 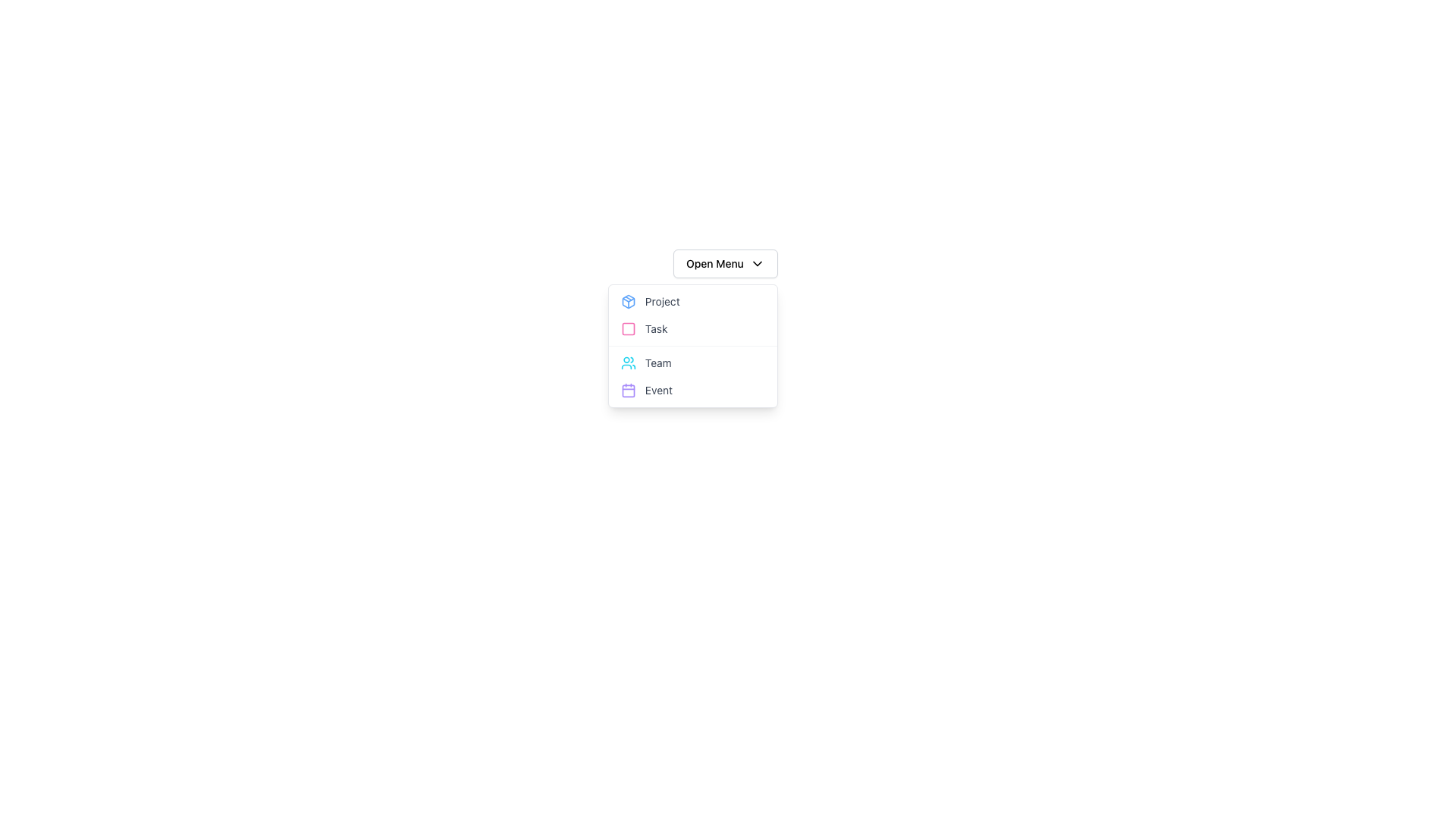 I want to click on the 'Event' option in the navigational menu located below the 'Open Menu' button, specifically in the second section after 'Project' and 'Task', so click(x=692, y=375).